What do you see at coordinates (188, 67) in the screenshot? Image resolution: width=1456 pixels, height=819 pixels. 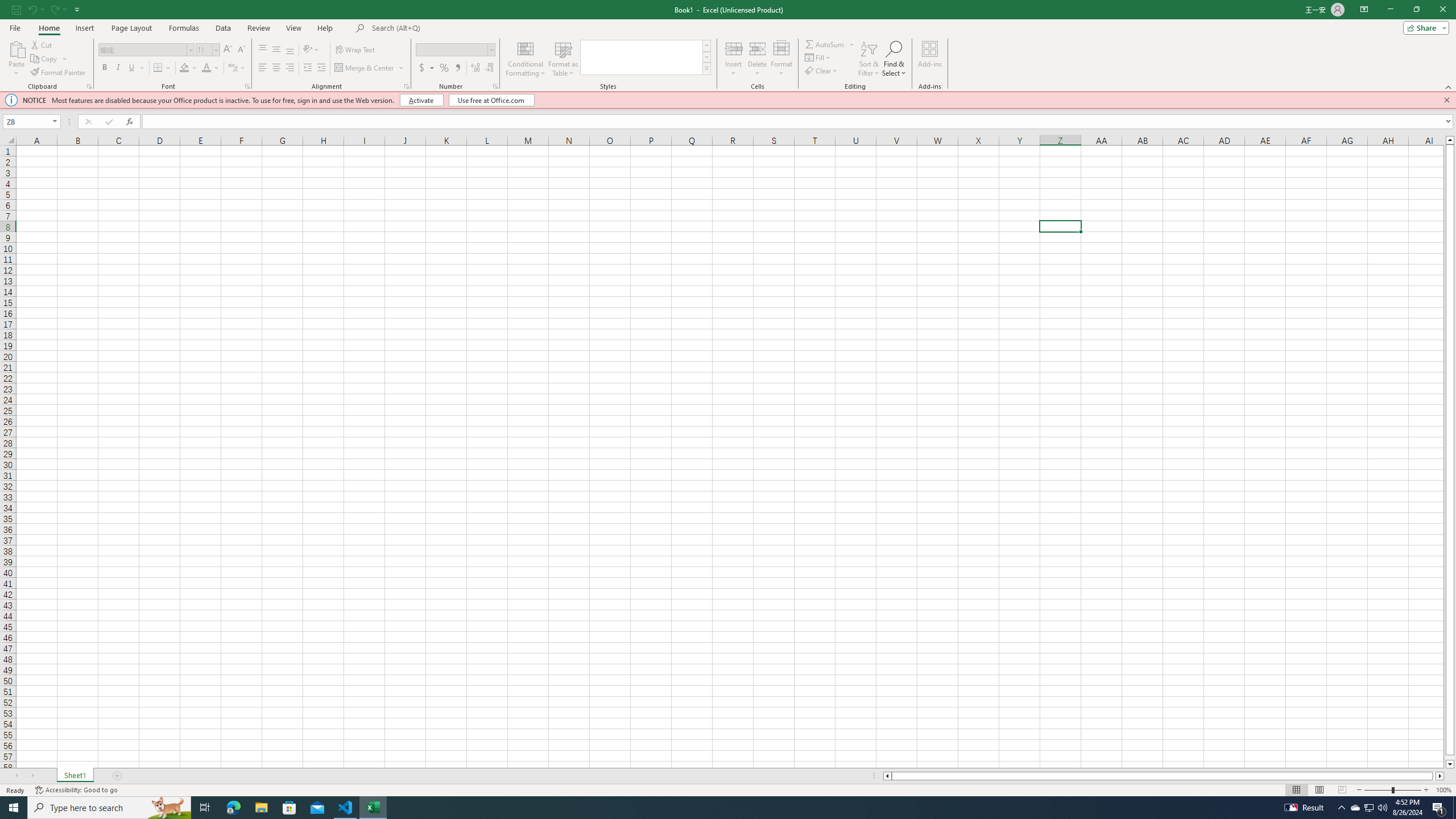 I see `'Fill Color'` at bounding box center [188, 67].